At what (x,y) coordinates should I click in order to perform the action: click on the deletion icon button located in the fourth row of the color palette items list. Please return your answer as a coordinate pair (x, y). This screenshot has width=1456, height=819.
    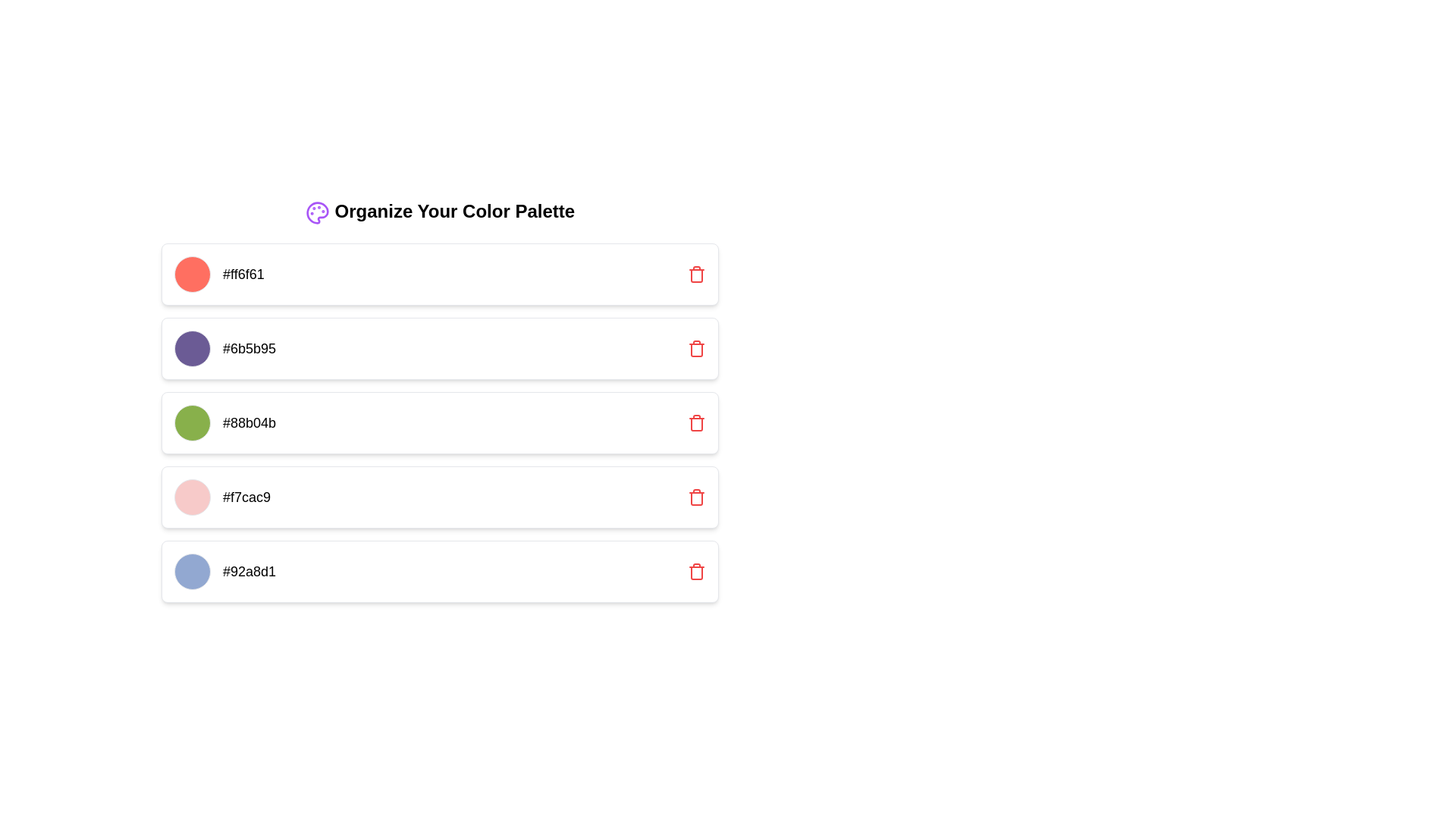
    Looking at the image, I should click on (695, 497).